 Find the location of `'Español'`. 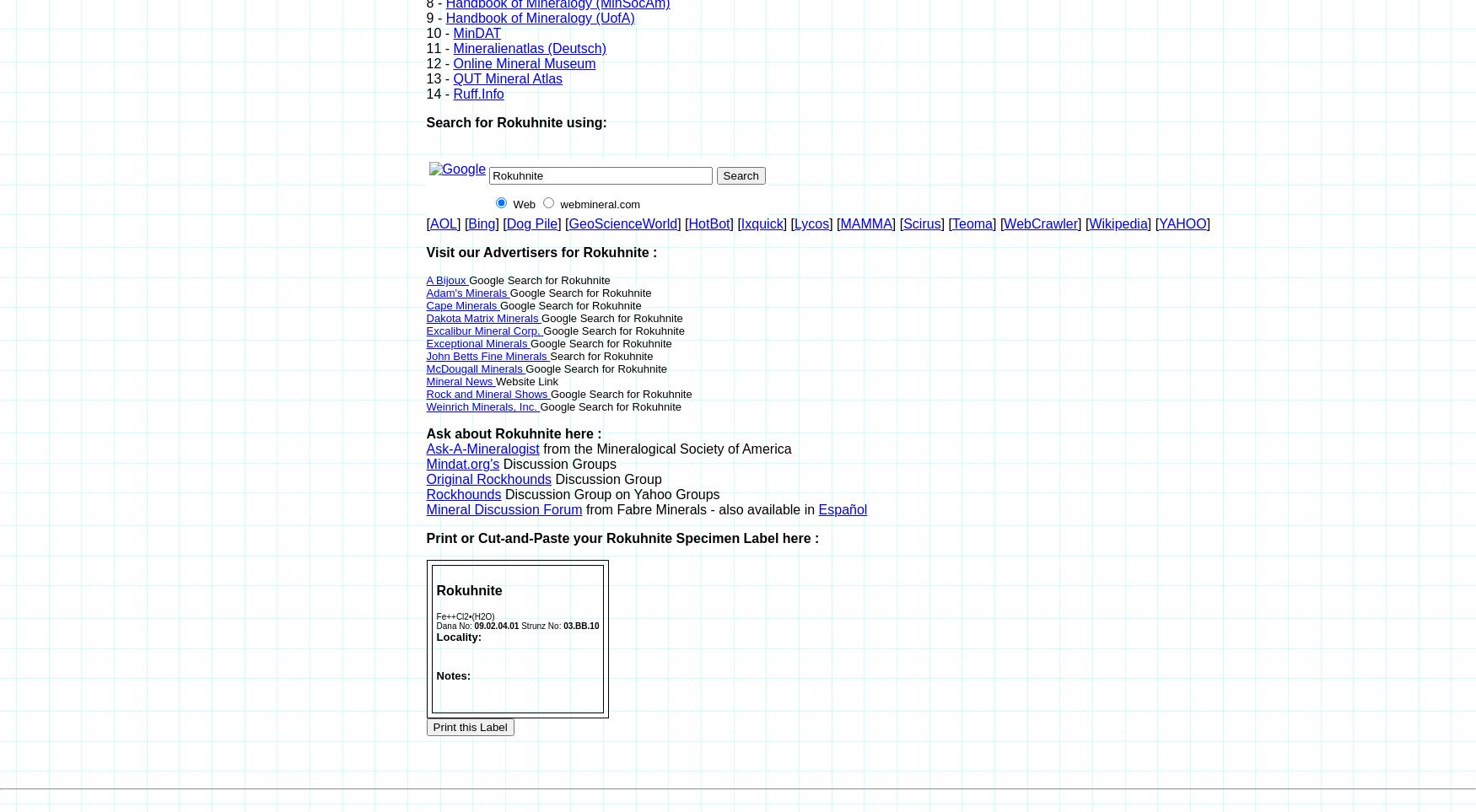

'Español' is located at coordinates (843, 509).